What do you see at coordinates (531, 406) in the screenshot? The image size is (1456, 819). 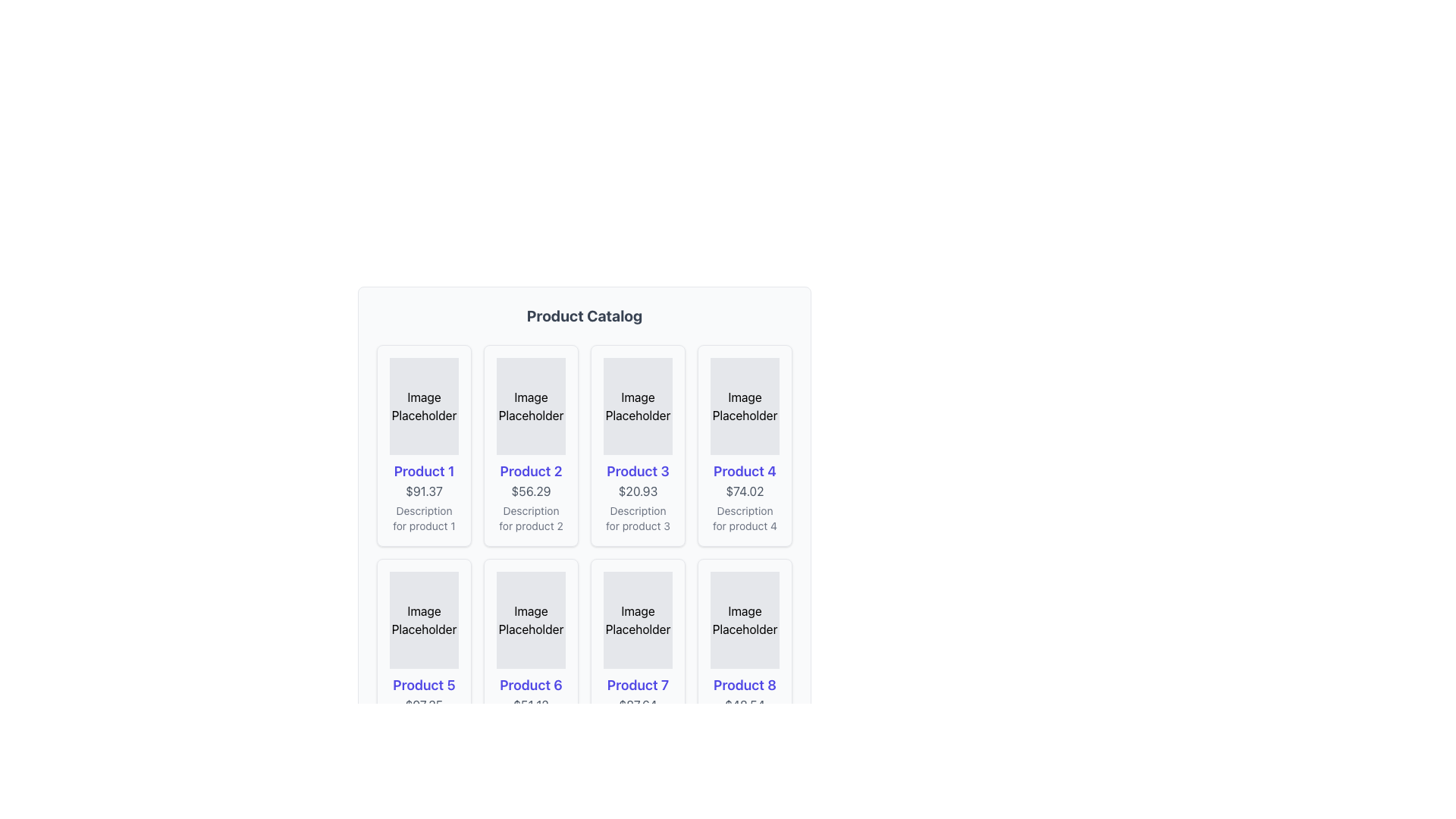 I see `the 'Image Placeholder' element, which is a rectangular area with the text 'Image Placeholder' centered in a light gray background located in the second column of the first row under 'Product Catalog'` at bounding box center [531, 406].